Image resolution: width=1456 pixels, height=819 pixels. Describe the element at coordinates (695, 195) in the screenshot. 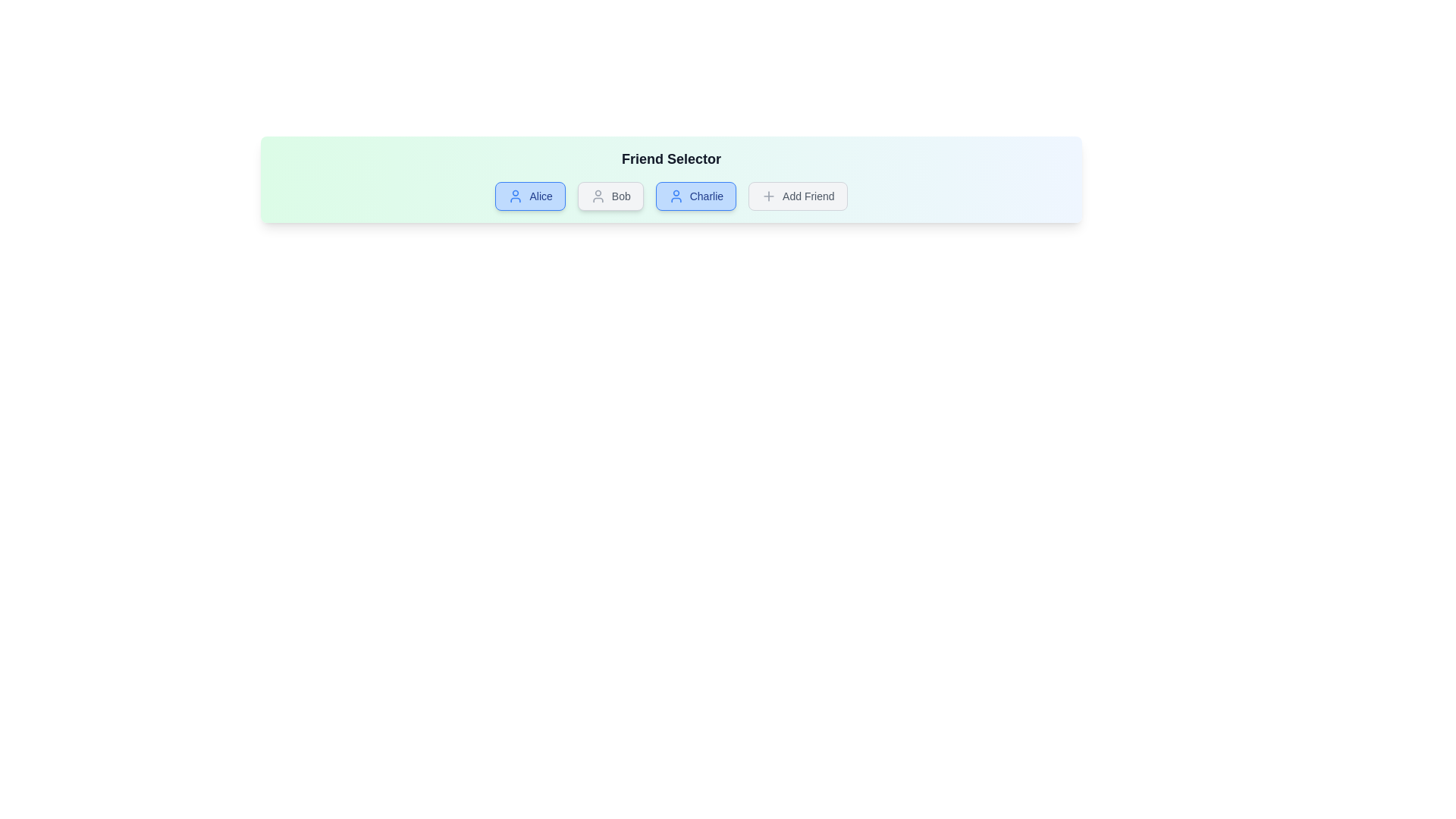

I see `the friend button labeled Charlie to toggle its selection status` at that location.